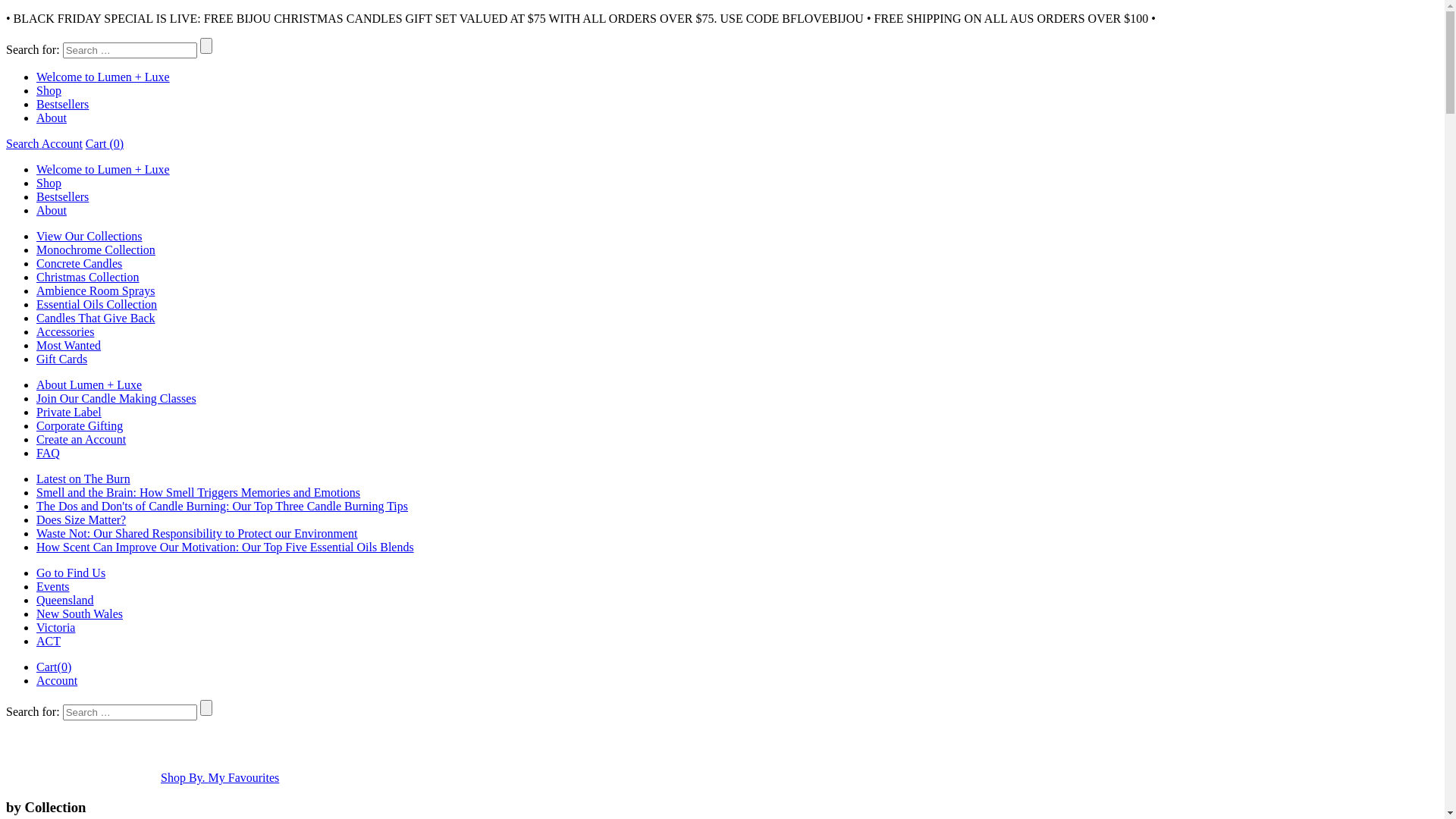 This screenshot has height=819, width=1456. What do you see at coordinates (36, 397) in the screenshot?
I see `'Join Our Candle Making Classes'` at bounding box center [36, 397].